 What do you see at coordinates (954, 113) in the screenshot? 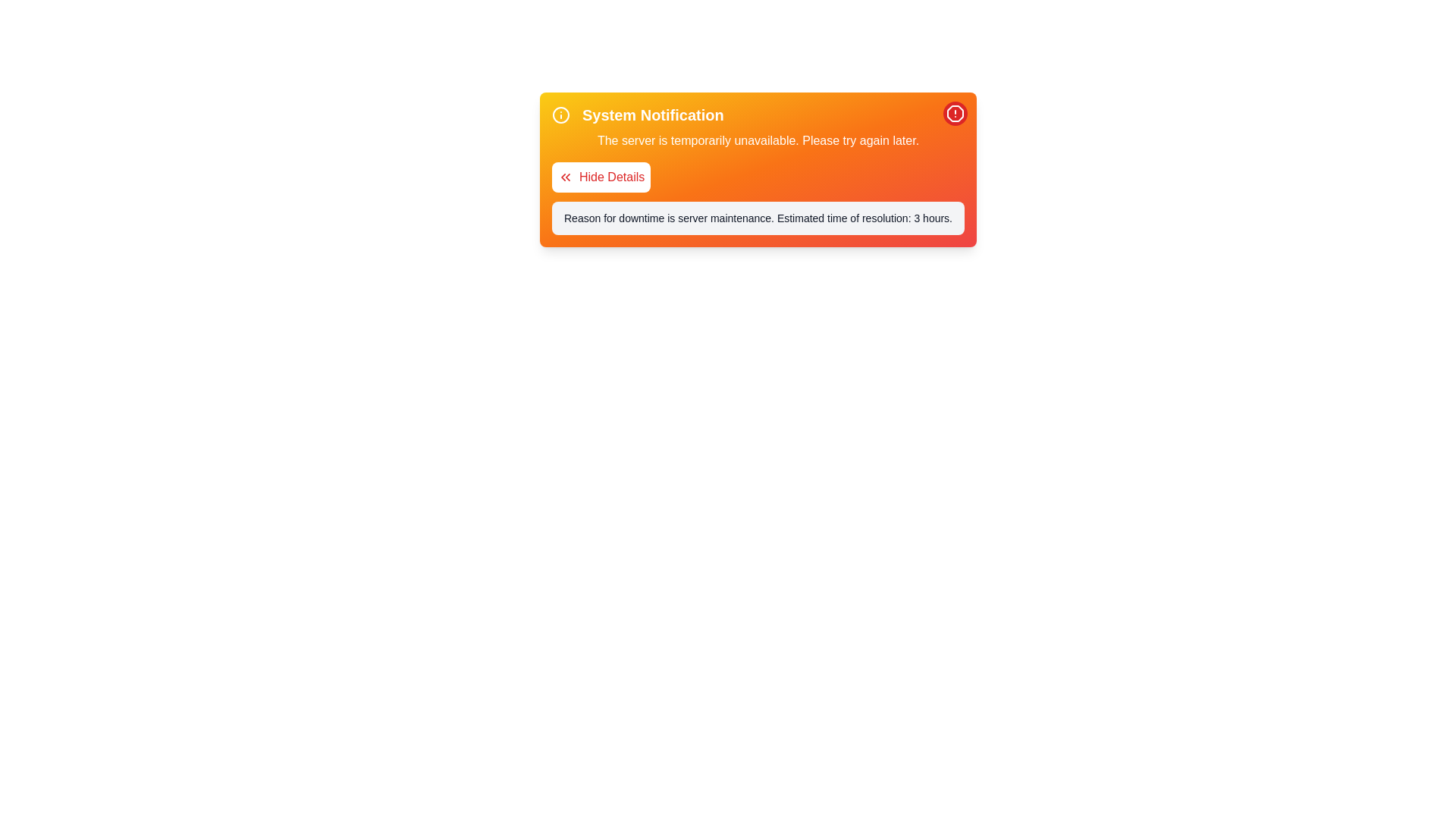
I see `close button located at the top-right corner of the notification` at bounding box center [954, 113].